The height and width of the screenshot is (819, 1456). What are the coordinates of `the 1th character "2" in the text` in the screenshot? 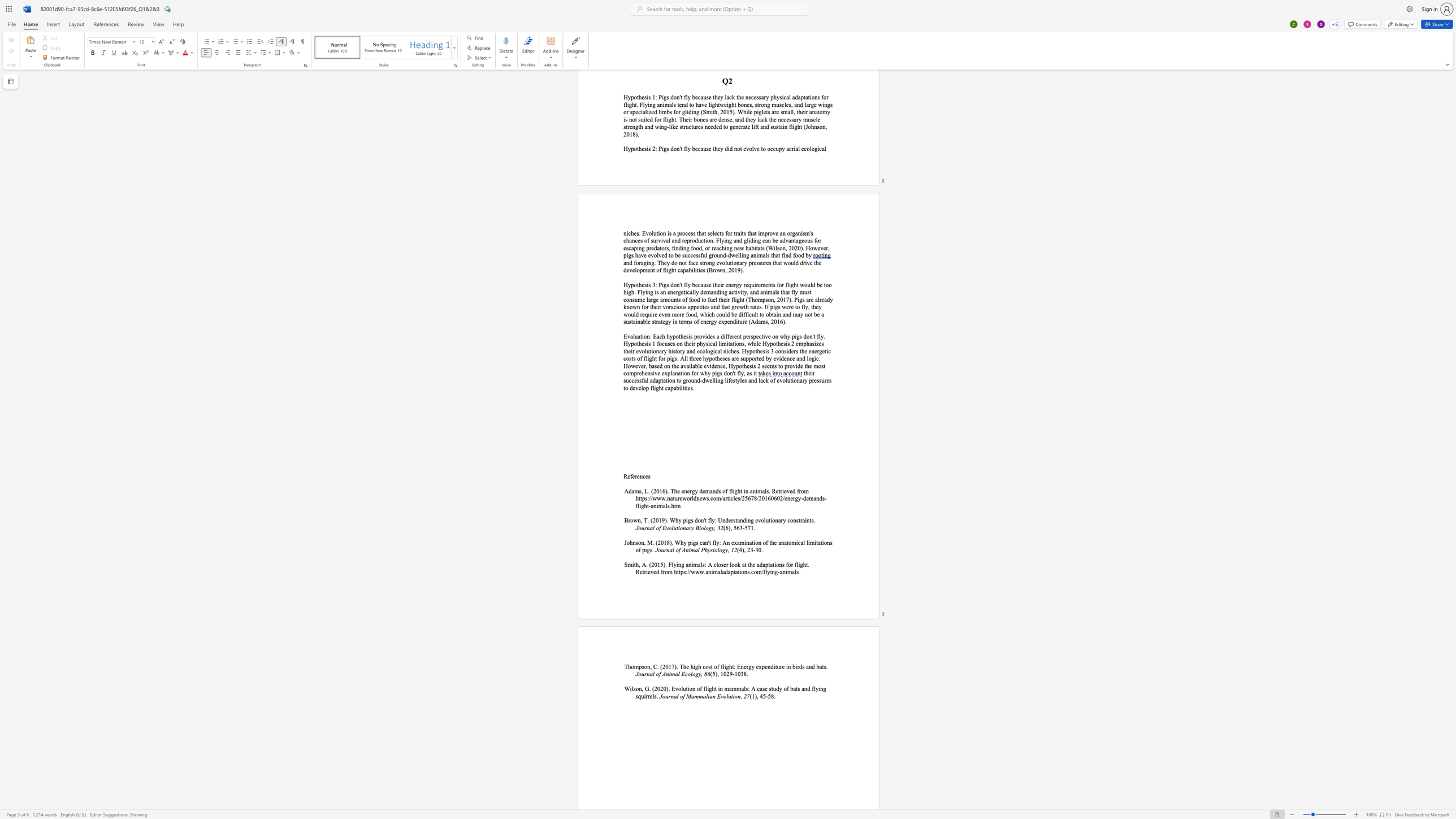 It's located at (745, 696).